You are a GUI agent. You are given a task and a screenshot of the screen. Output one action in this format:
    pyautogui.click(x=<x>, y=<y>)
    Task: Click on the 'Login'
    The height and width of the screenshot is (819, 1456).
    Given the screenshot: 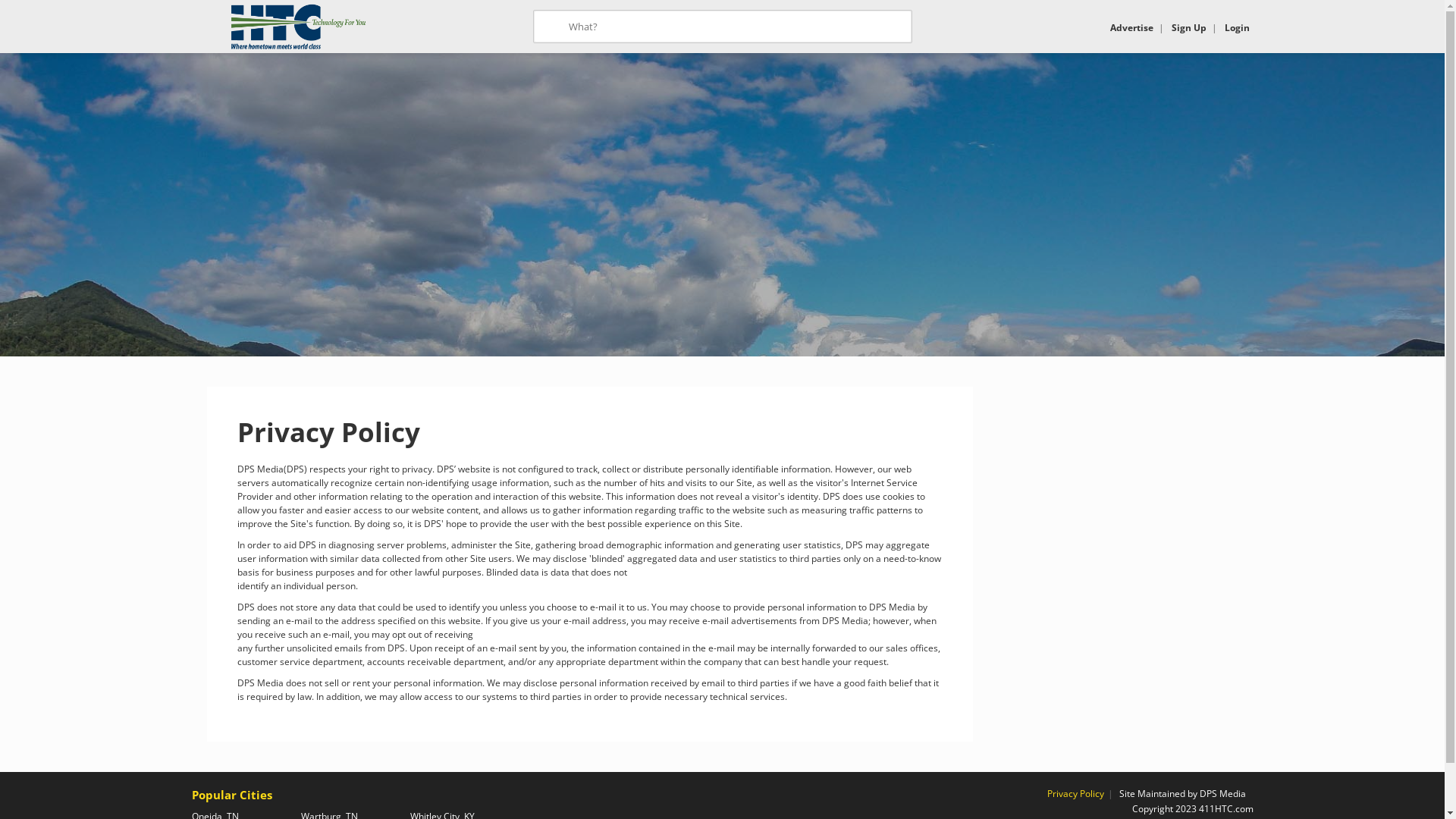 What is the action you would take?
    pyautogui.click(x=1236, y=27)
    